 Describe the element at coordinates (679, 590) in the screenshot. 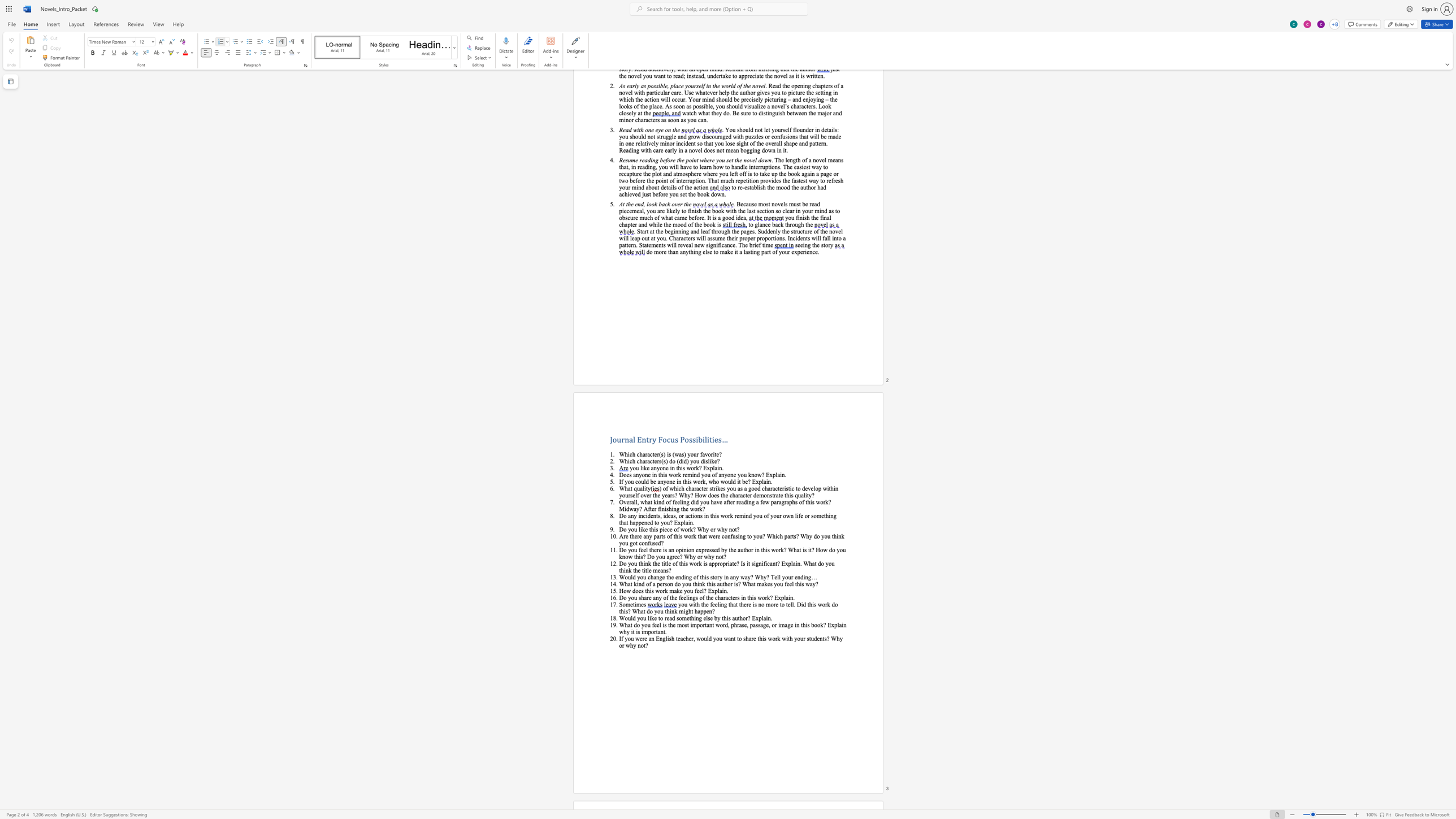

I see `the space between the continuous character "k" and "e" in the text` at that location.